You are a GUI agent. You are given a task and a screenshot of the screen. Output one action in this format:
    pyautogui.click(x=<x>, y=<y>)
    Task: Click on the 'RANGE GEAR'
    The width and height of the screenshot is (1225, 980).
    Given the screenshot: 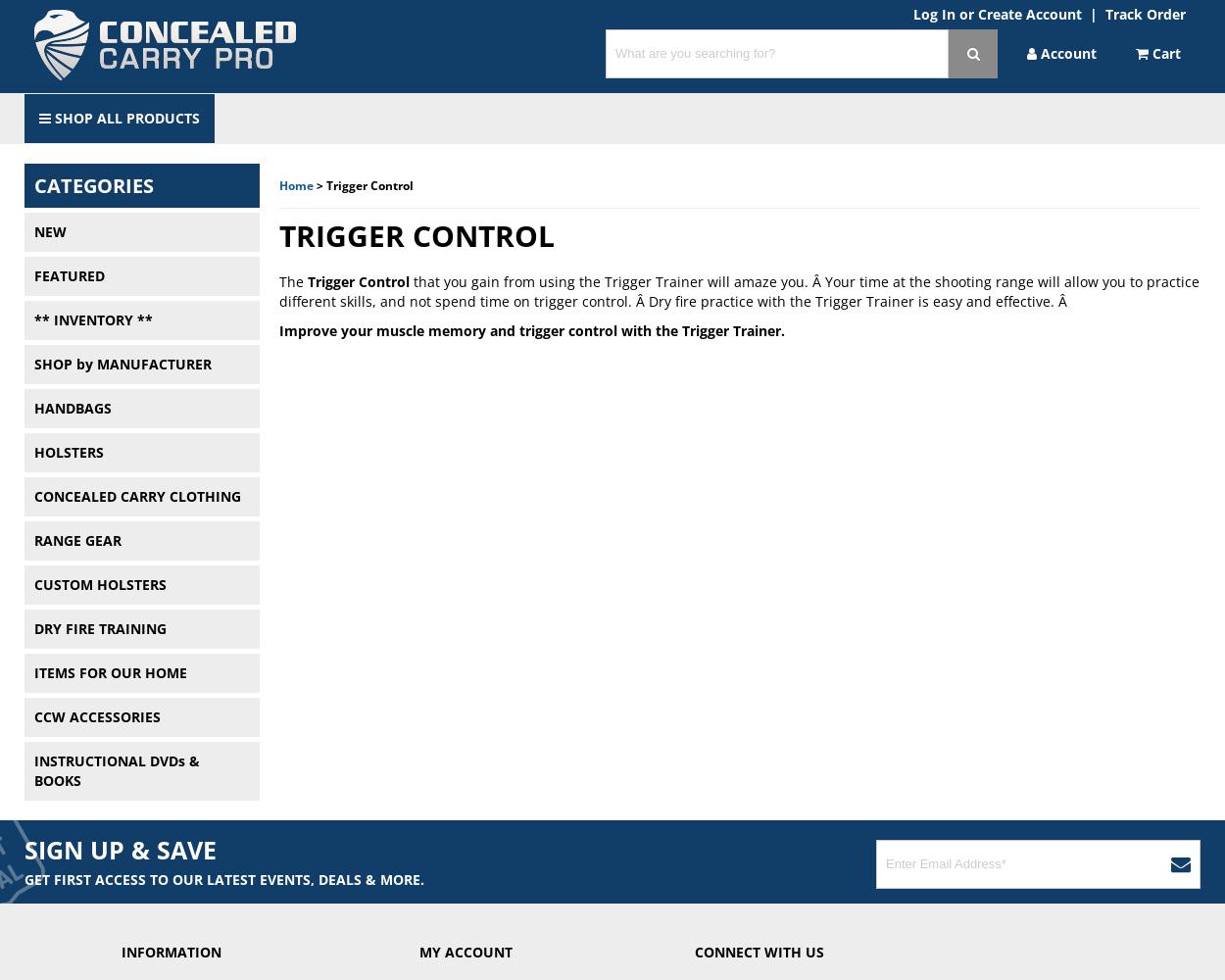 What is the action you would take?
    pyautogui.click(x=76, y=540)
    